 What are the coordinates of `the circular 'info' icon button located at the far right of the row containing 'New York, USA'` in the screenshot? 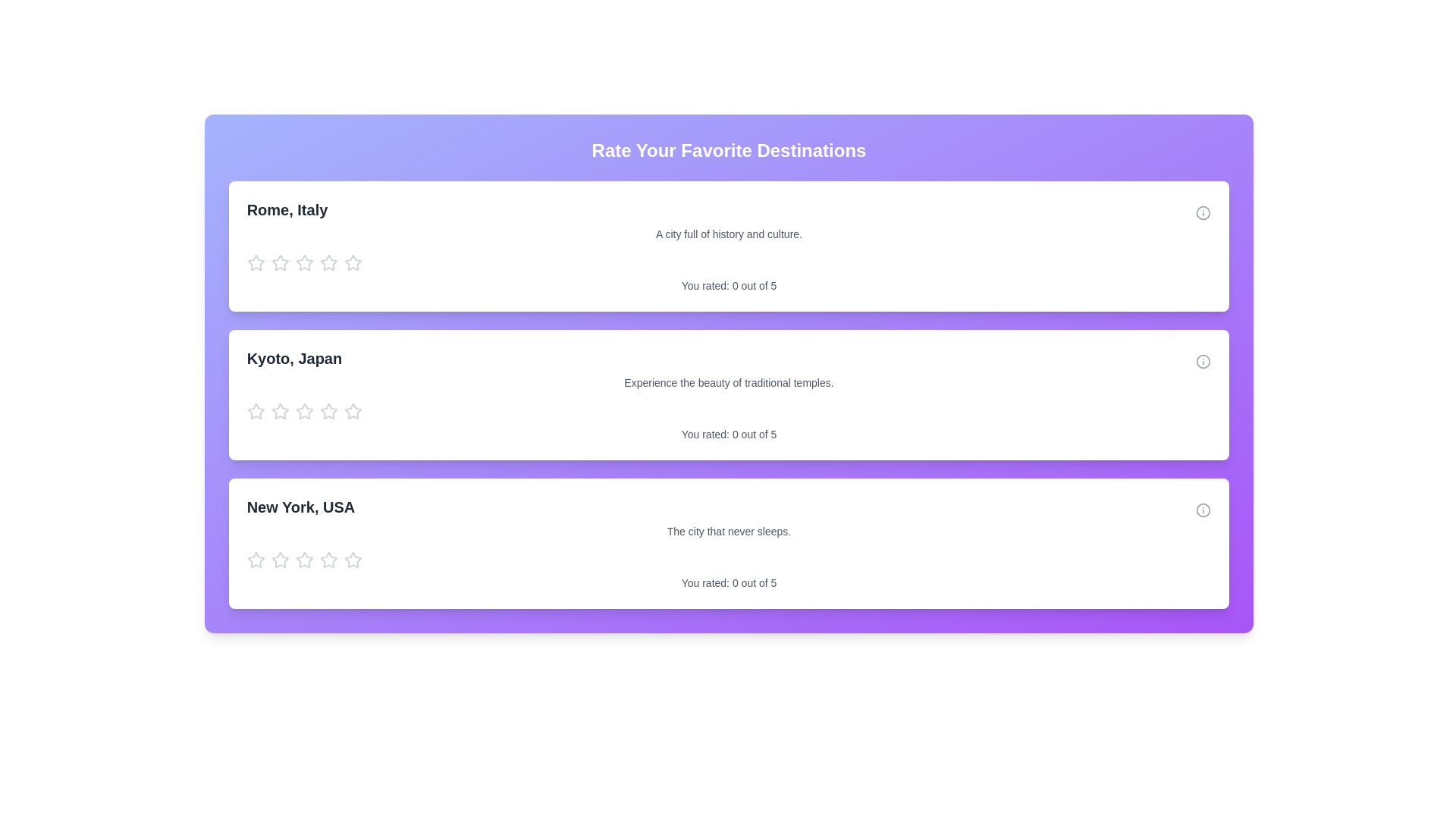 It's located at (1203, 510).